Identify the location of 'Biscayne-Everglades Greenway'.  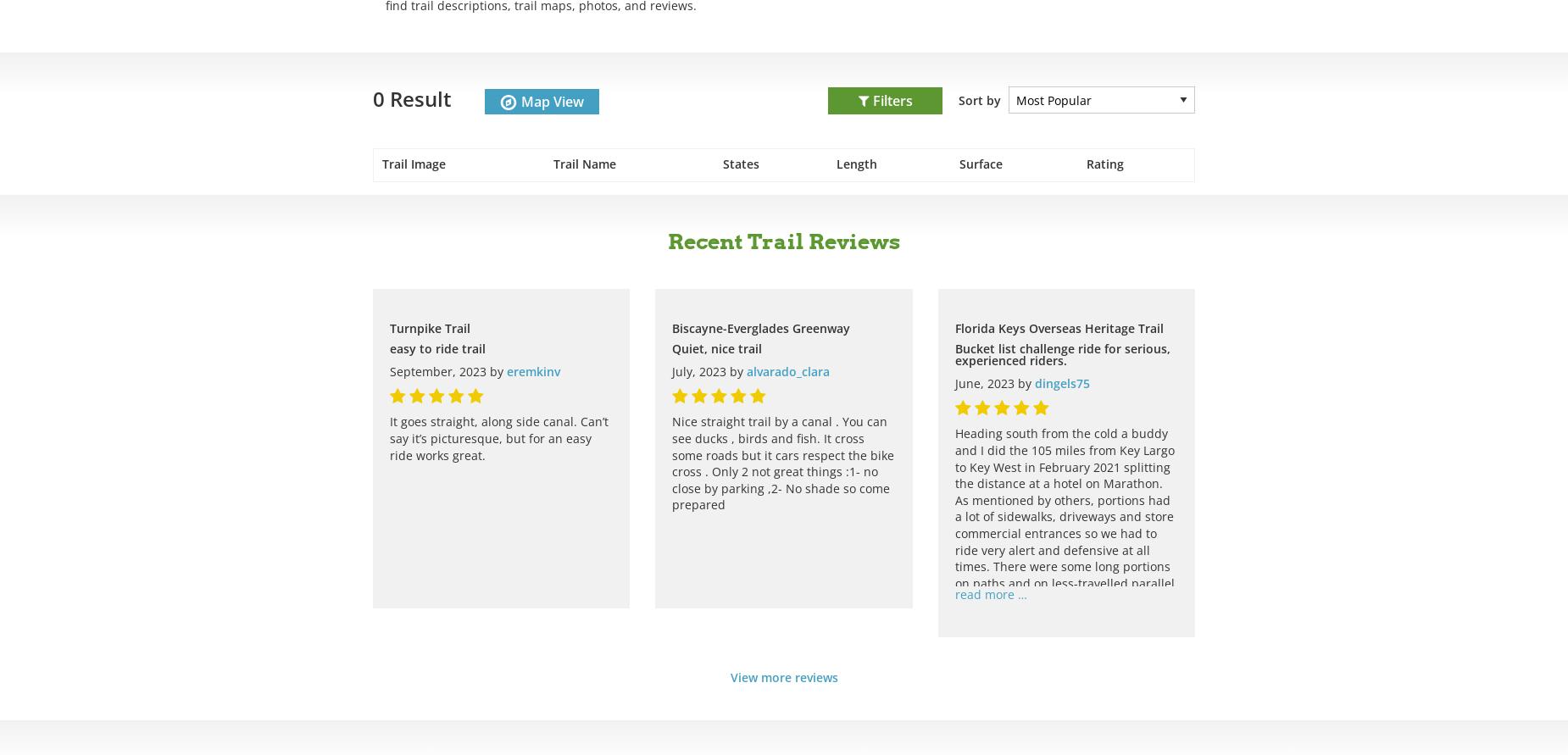
(760, 327).